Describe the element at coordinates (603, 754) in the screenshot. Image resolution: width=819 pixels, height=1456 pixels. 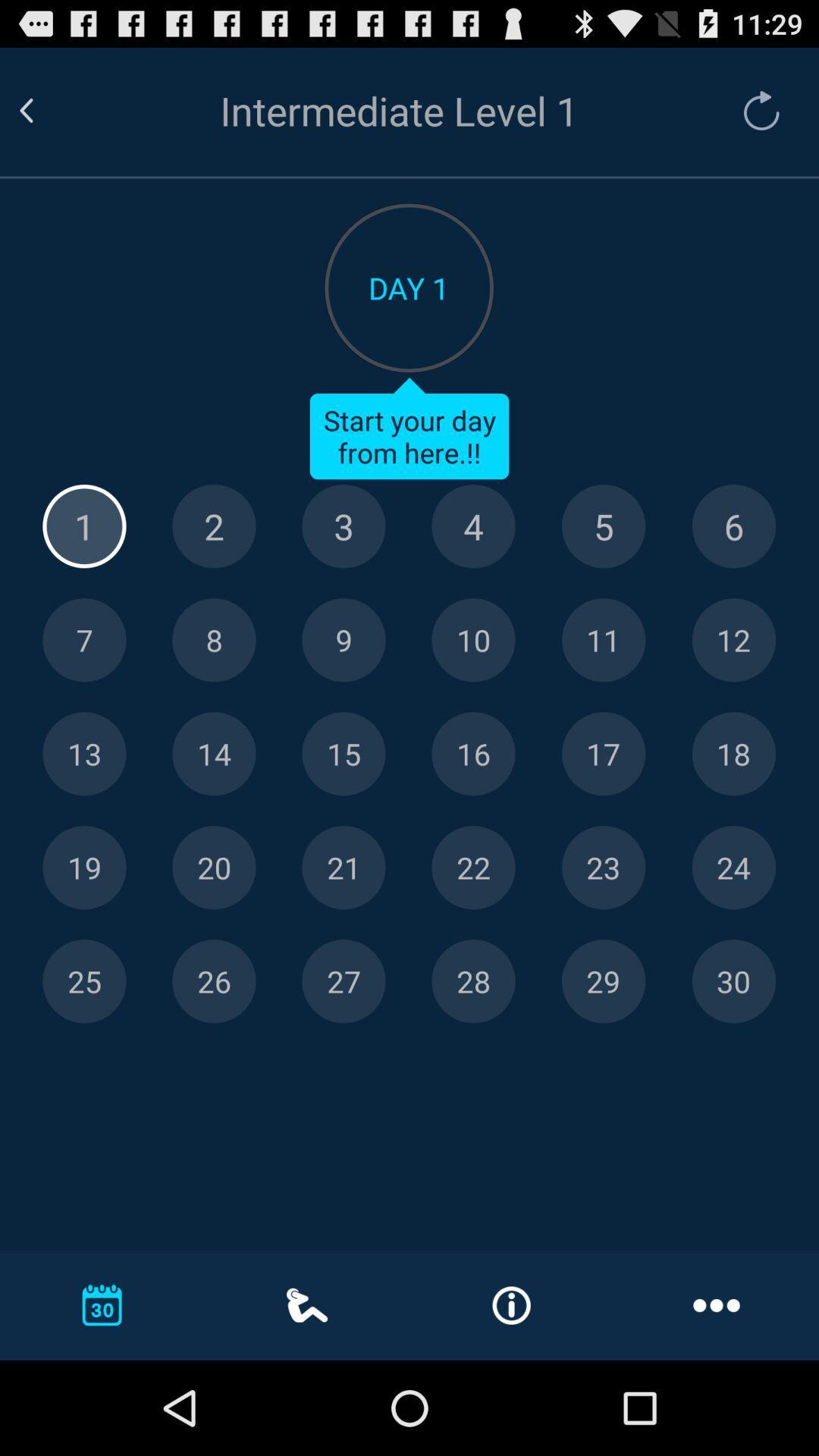
I see `day 17` at that location.